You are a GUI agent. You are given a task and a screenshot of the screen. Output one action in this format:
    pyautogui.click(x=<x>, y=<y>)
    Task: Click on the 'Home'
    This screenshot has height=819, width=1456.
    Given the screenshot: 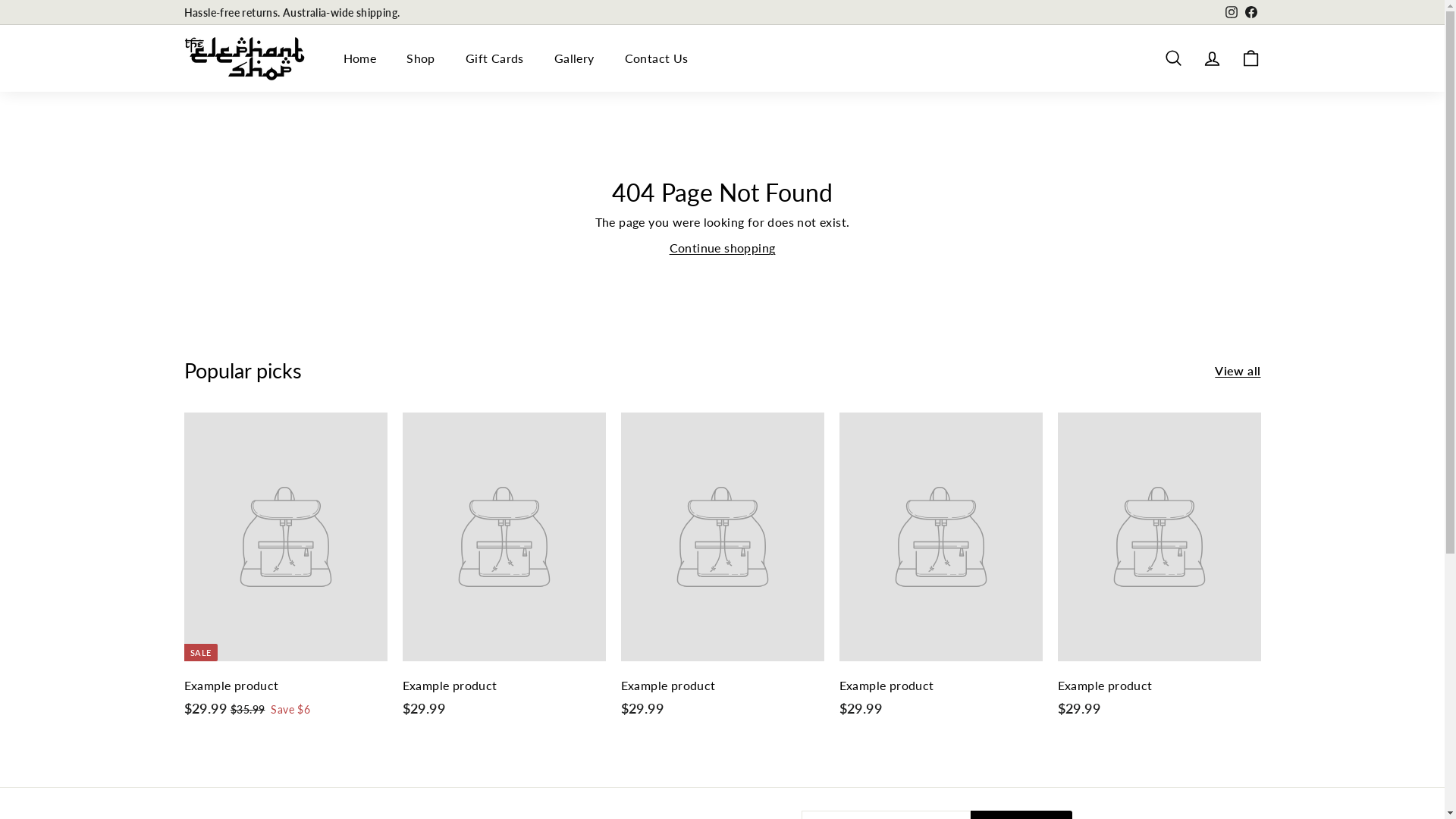 What is the action you would take?
    pyautogui.click(x=359, y=58)
    